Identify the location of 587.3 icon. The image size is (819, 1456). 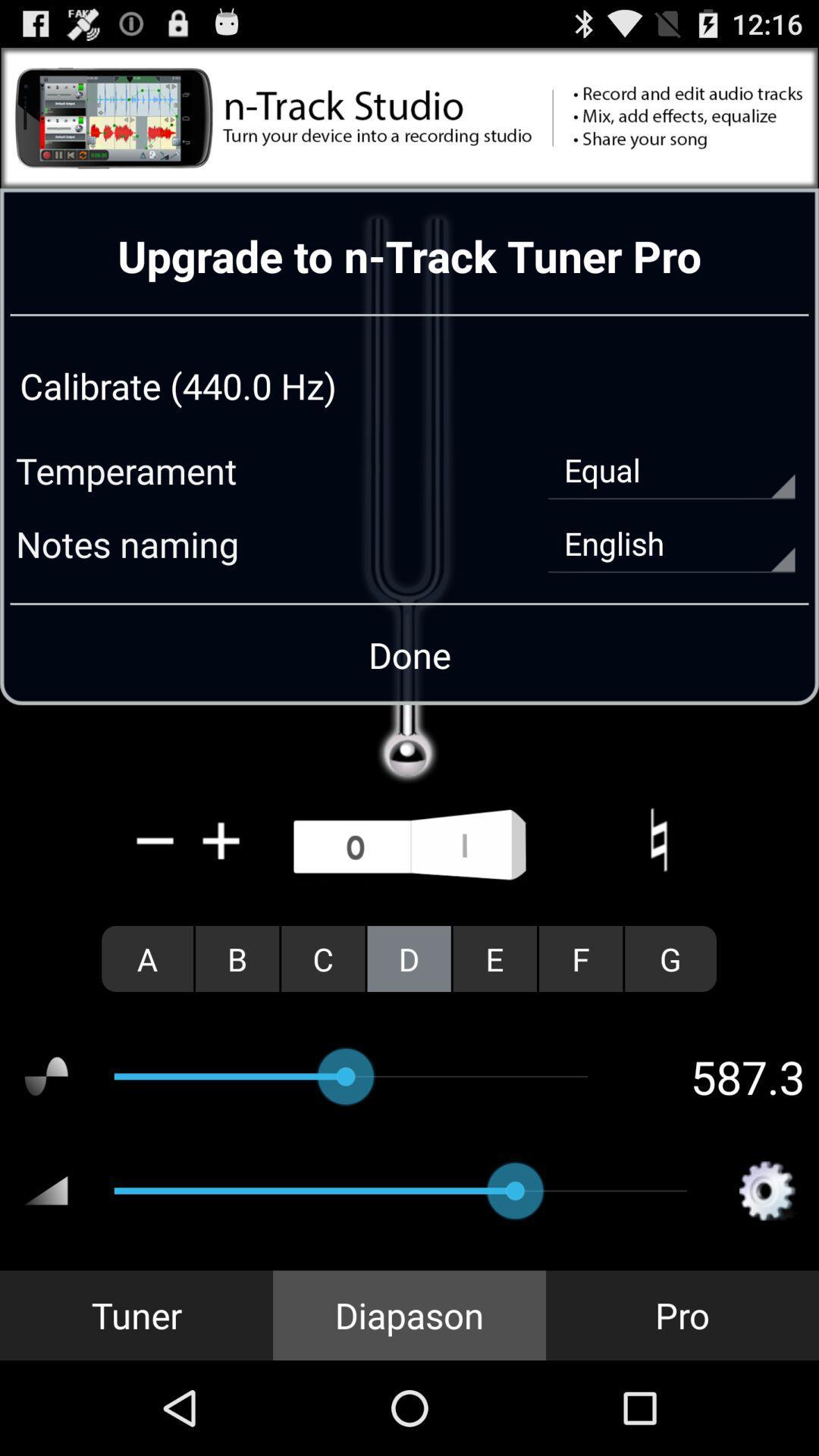
(718, 1075).